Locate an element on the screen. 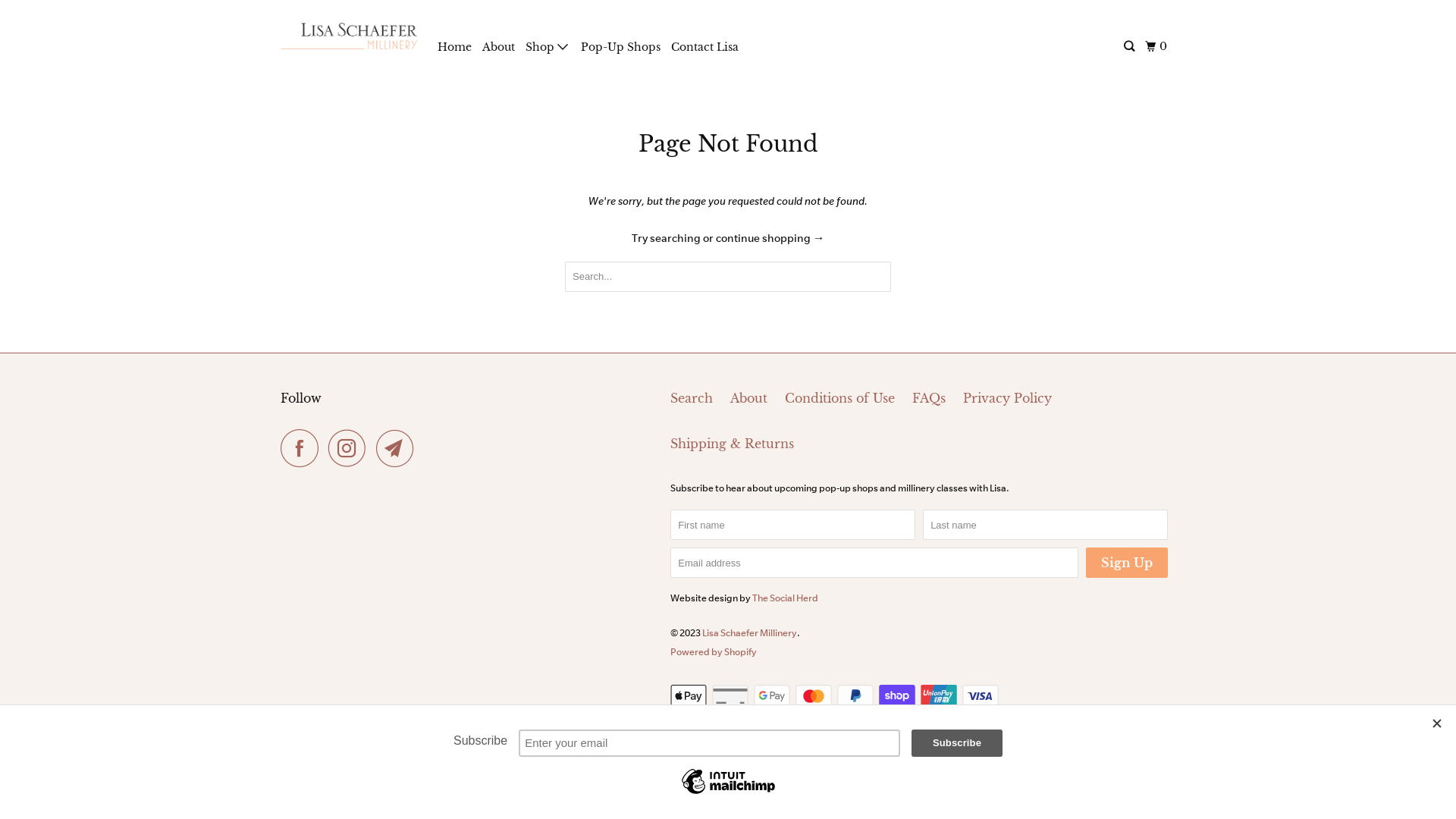  'Powered by Shopify' is located at coordinates (669, 651).